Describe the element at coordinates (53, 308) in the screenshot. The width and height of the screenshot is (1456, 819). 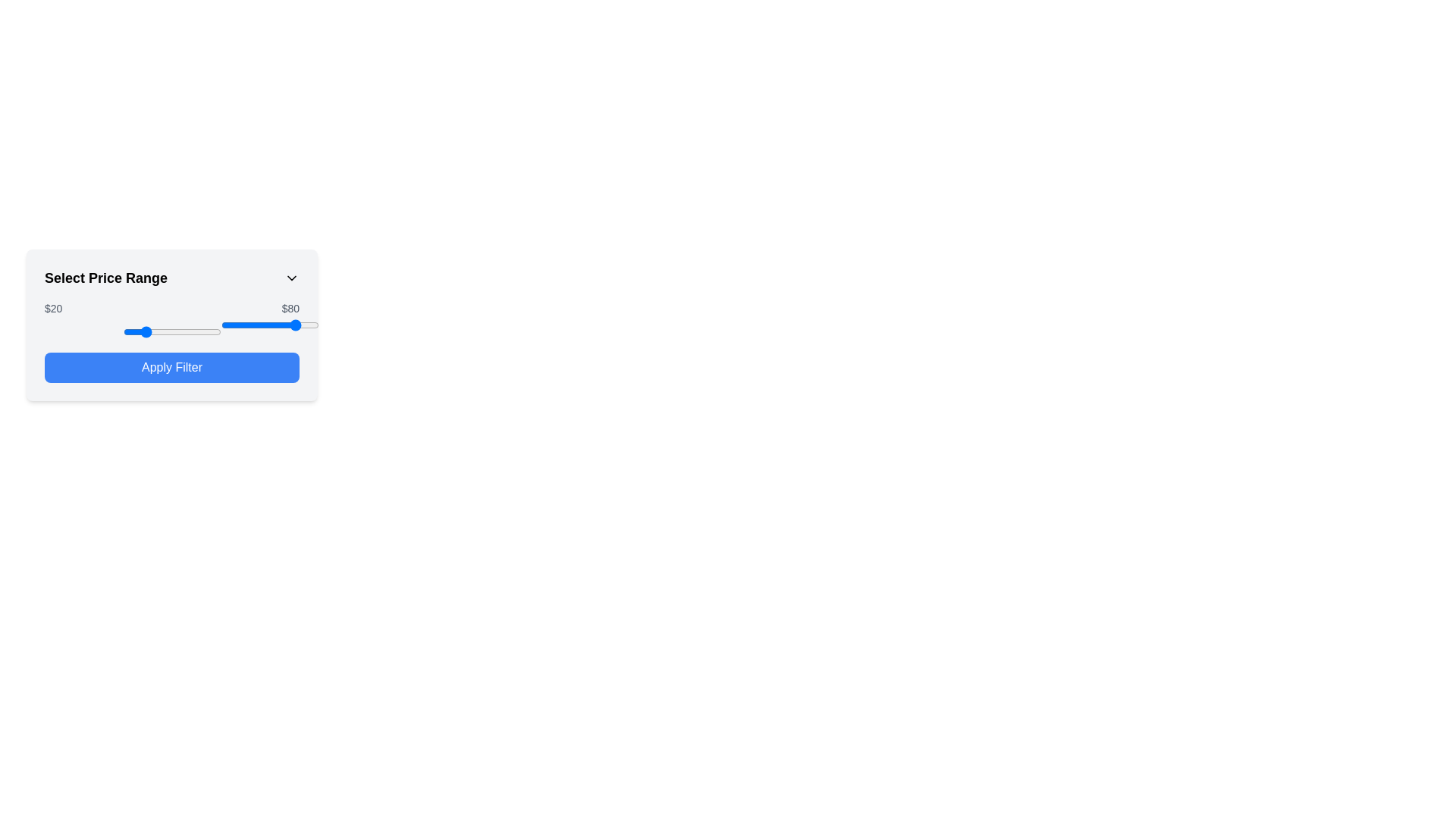
I see `the static text label displaying '$20', which is located on the left side of the price slider under the 'Select Price Range' section` at that location.